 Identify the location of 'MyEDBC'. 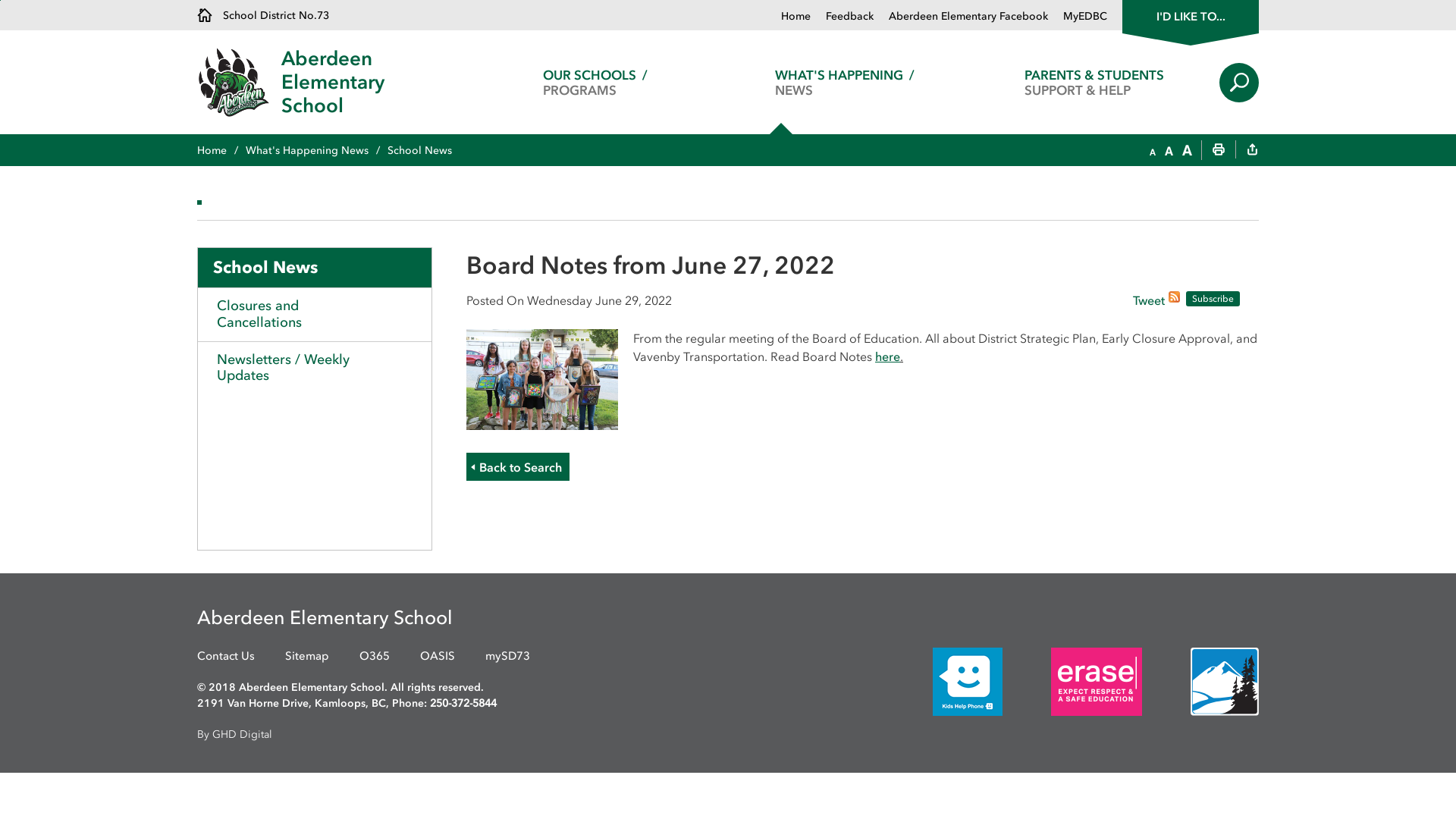
(1076, 16).